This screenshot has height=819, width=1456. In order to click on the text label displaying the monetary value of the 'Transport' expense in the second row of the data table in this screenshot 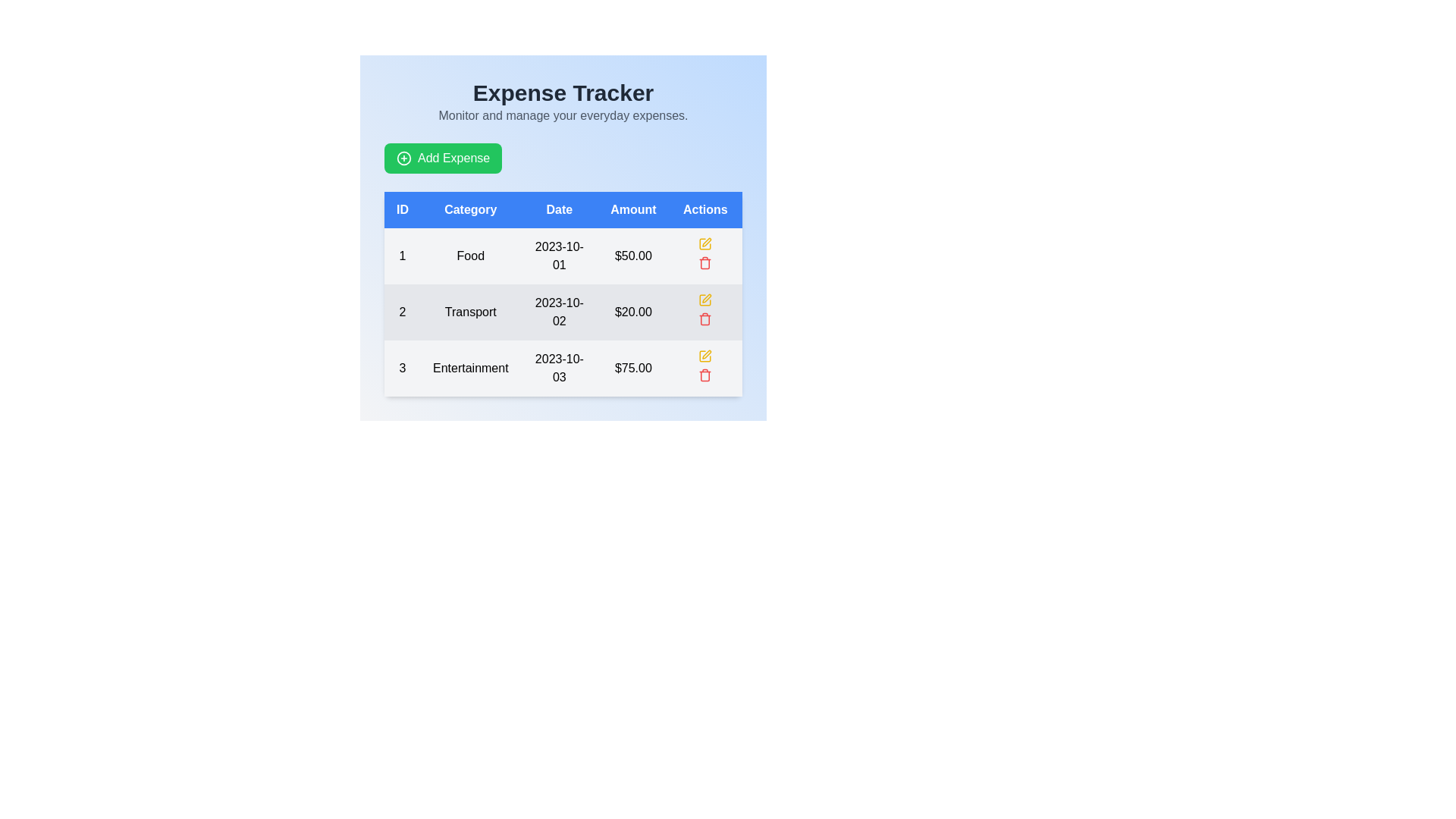, I will do `click(633, 312)`.